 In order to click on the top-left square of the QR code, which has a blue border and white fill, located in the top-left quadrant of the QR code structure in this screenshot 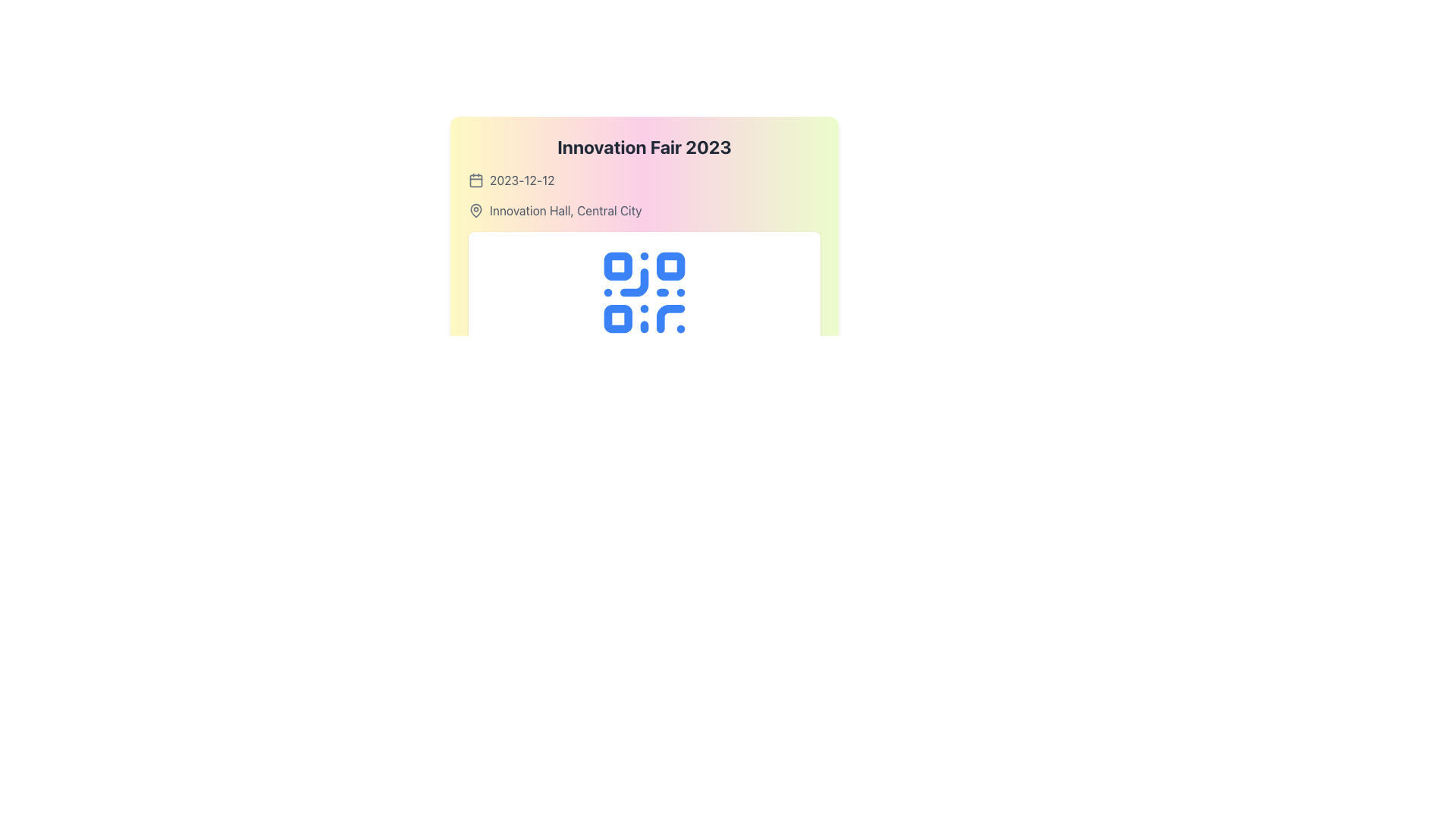, I will do `click(618, 265)`.